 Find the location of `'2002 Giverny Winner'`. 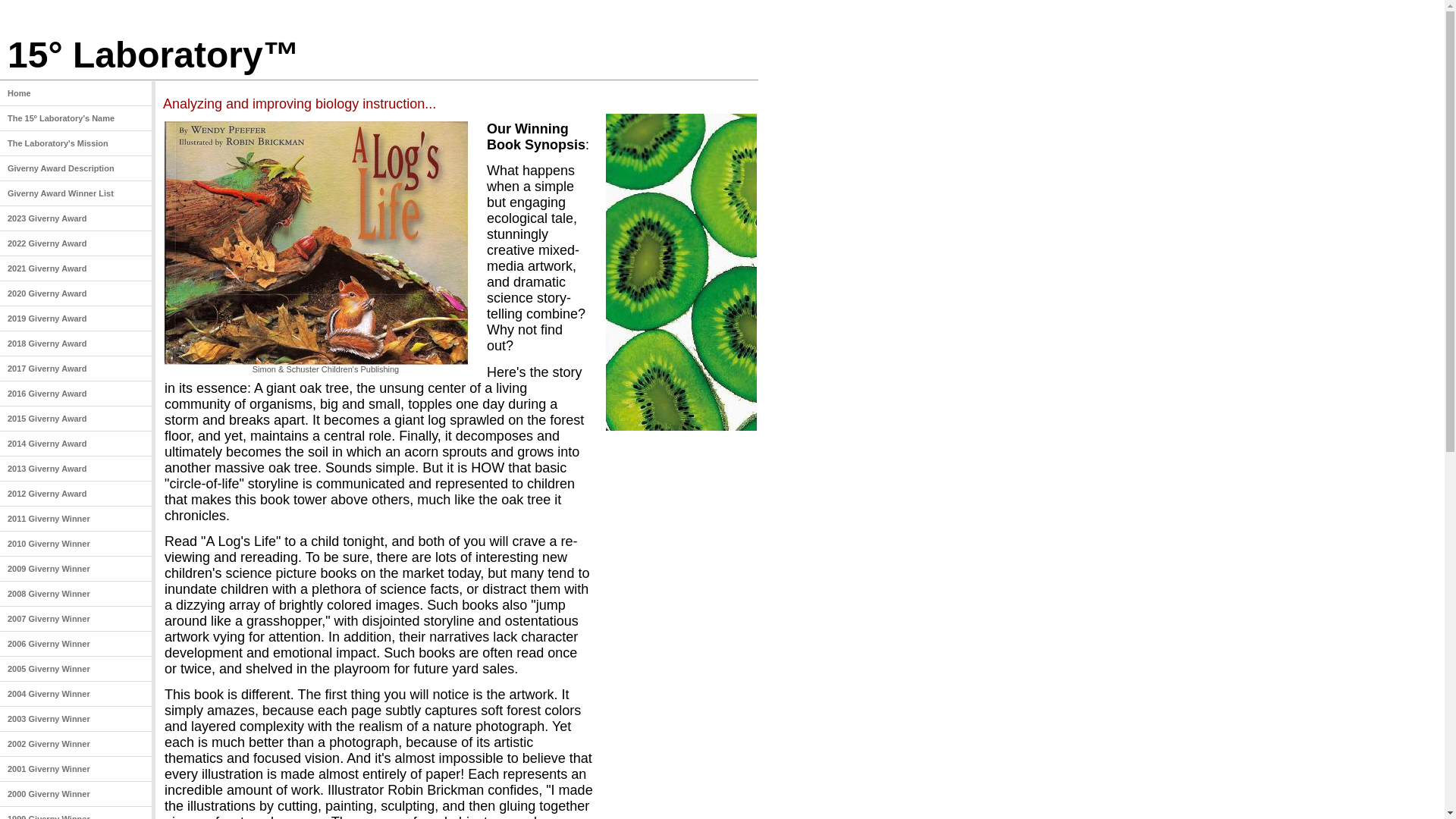

'2002 Giverny Winner' is located at coordinates (0, 743).